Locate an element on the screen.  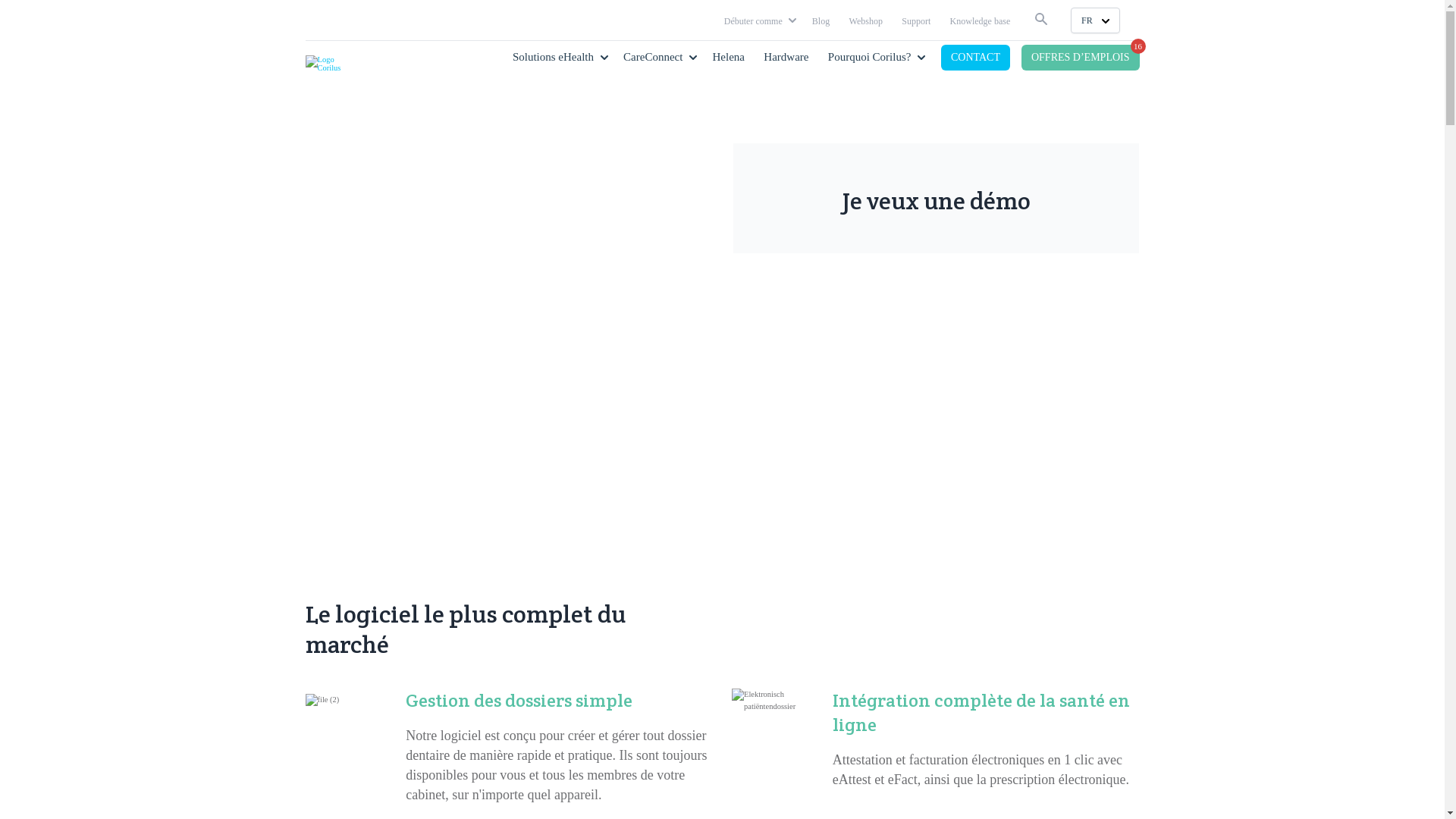
'Logo Corilus' is located at coordinates (329, 63).